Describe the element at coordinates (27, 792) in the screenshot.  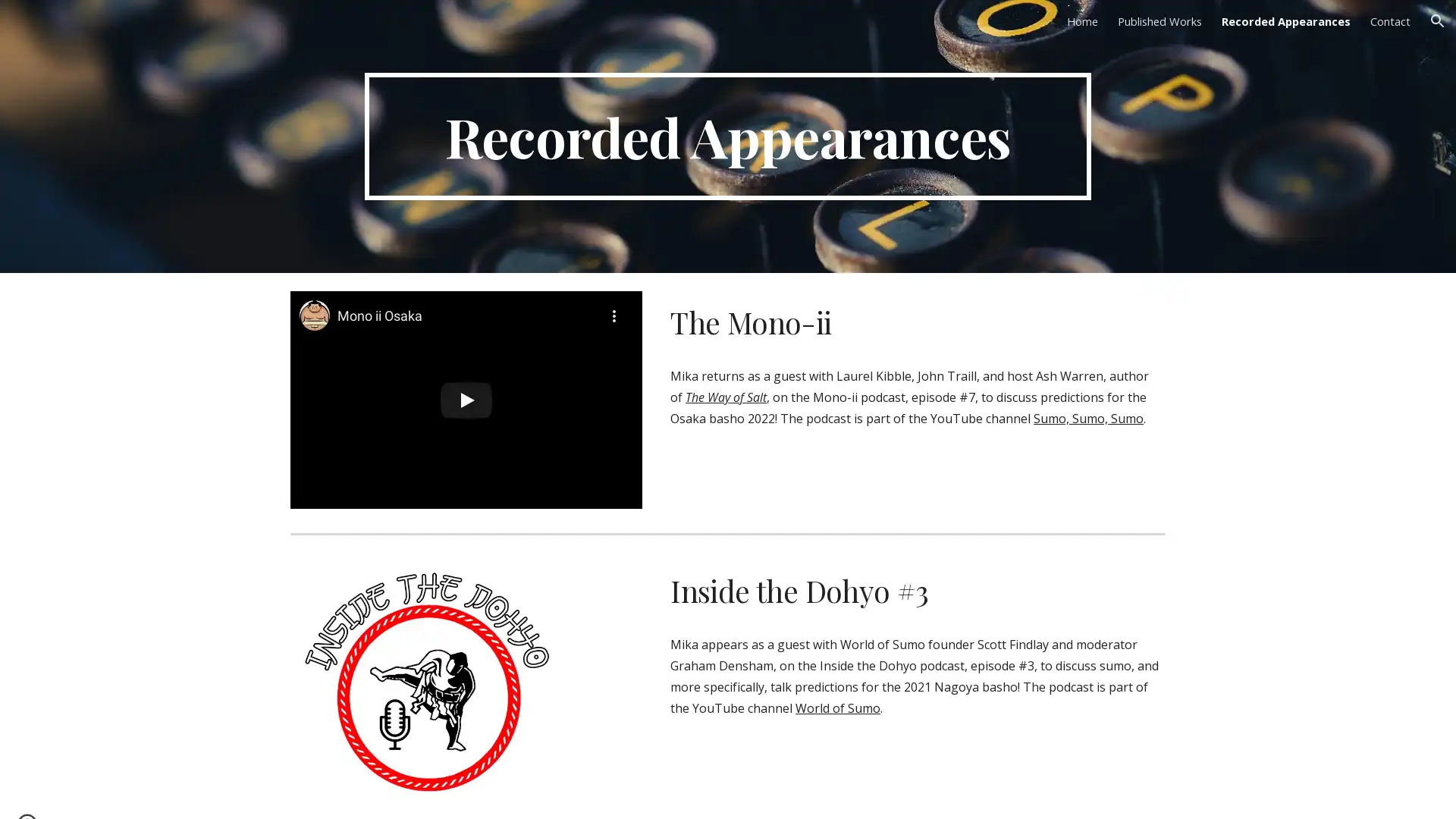
I see `Site actions` at that location.